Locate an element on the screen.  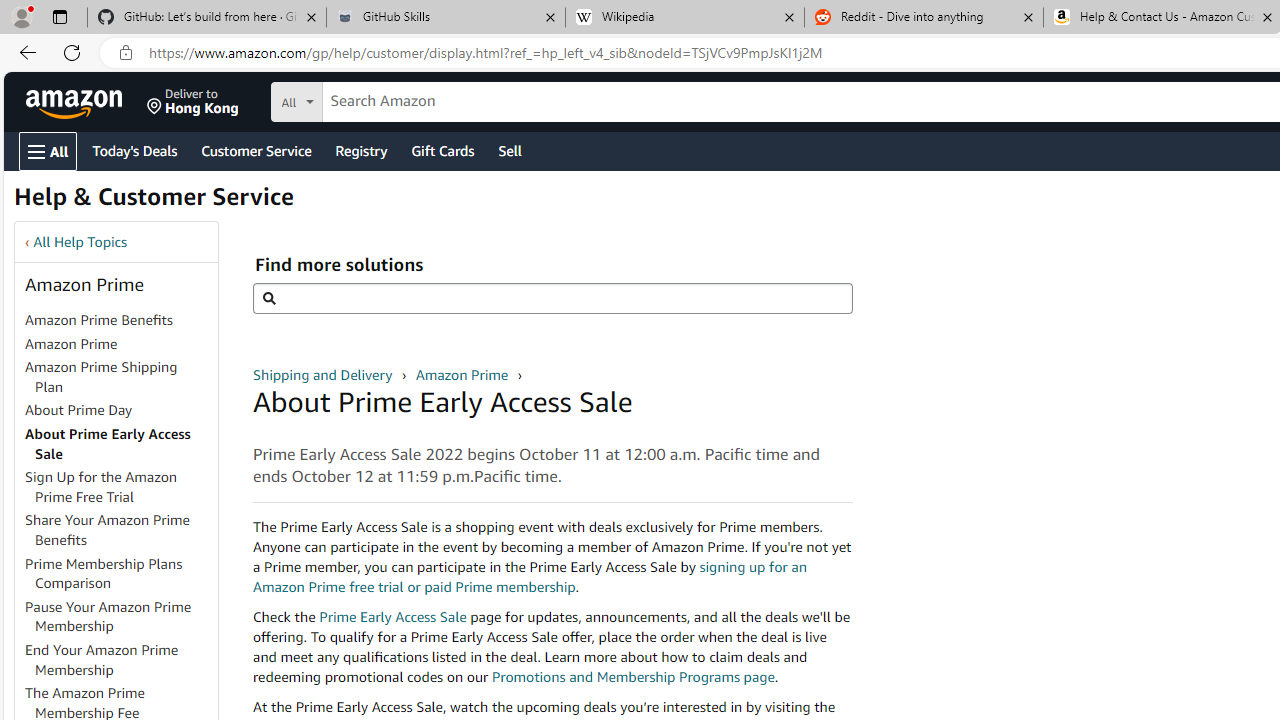
'Search in' is located at coordinates (371, 99).